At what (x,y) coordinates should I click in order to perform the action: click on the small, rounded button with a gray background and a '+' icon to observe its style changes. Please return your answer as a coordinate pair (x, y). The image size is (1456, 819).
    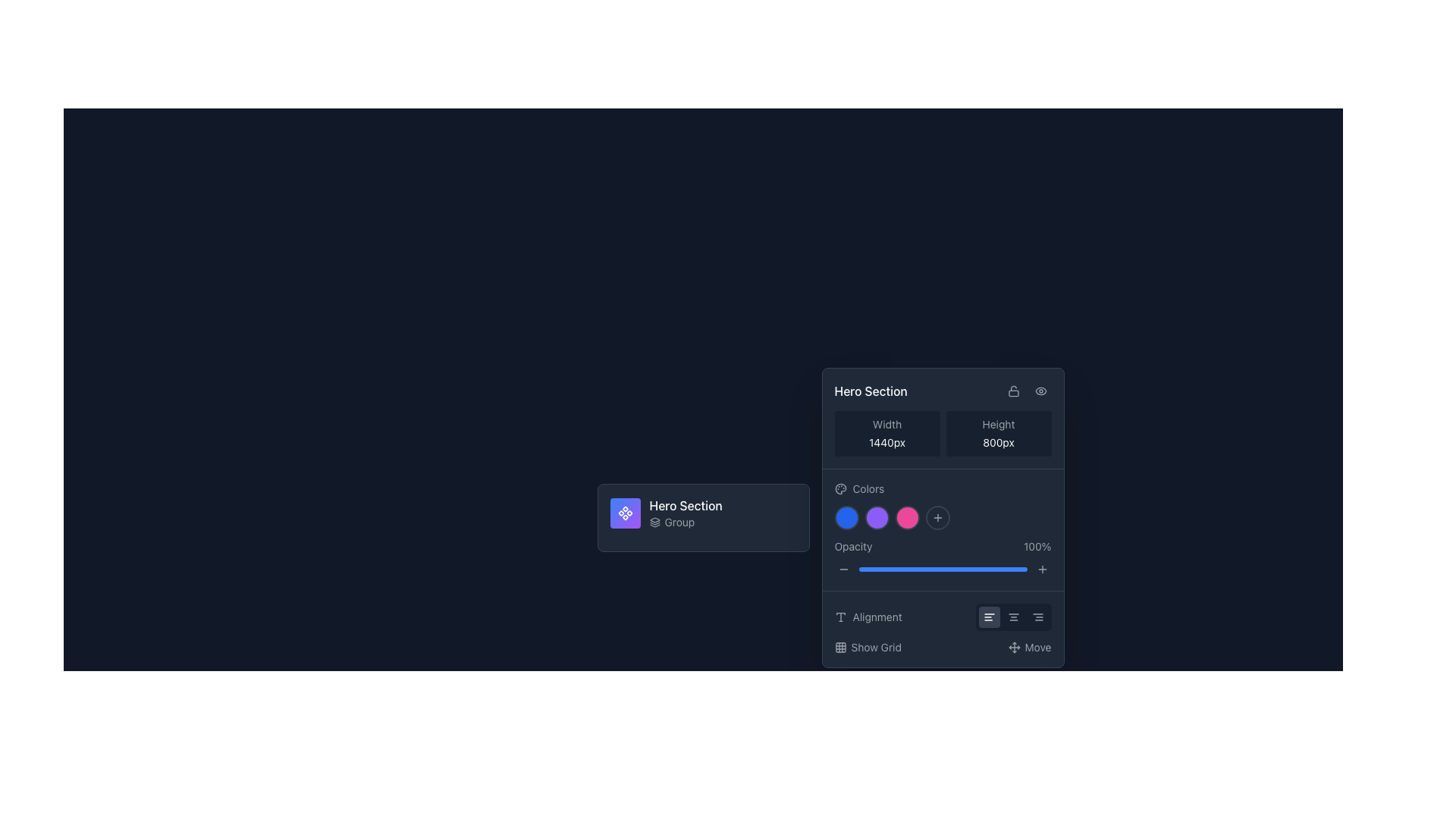
    Looking at the image, I should click on (1041, 570).